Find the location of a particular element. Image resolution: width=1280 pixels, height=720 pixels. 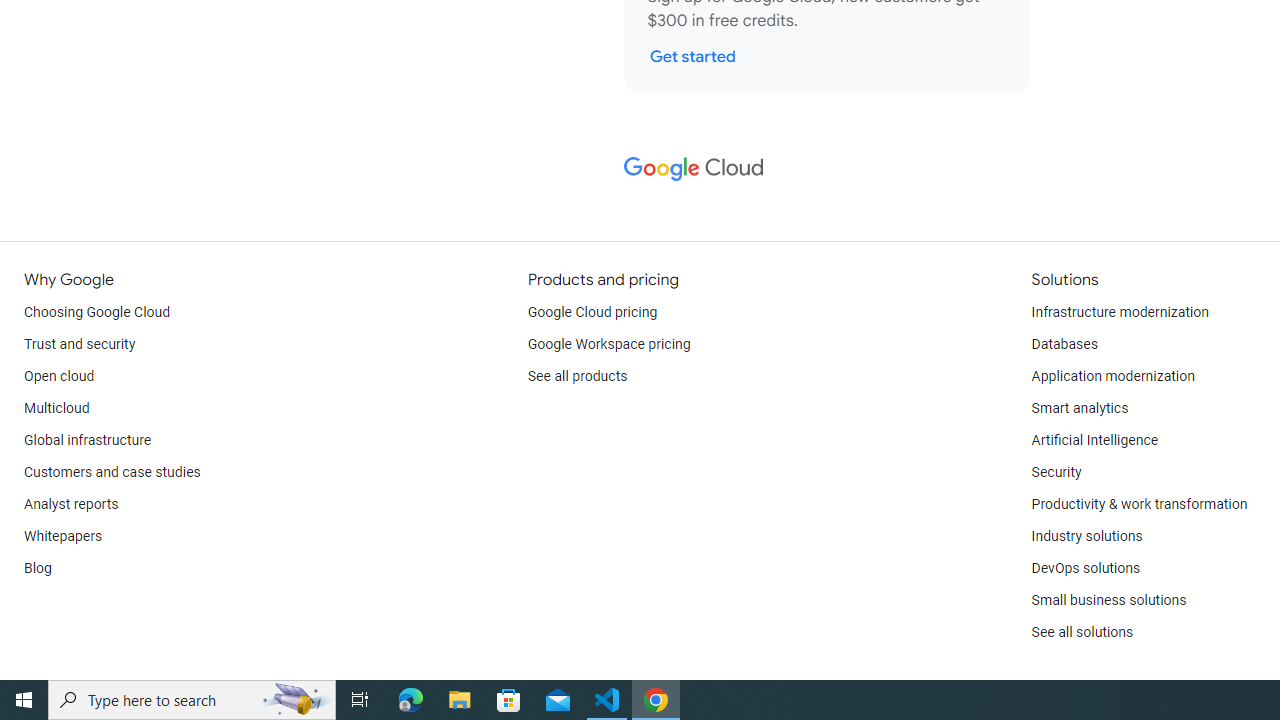

'Trust and security' is located at coordinates (80, 343).